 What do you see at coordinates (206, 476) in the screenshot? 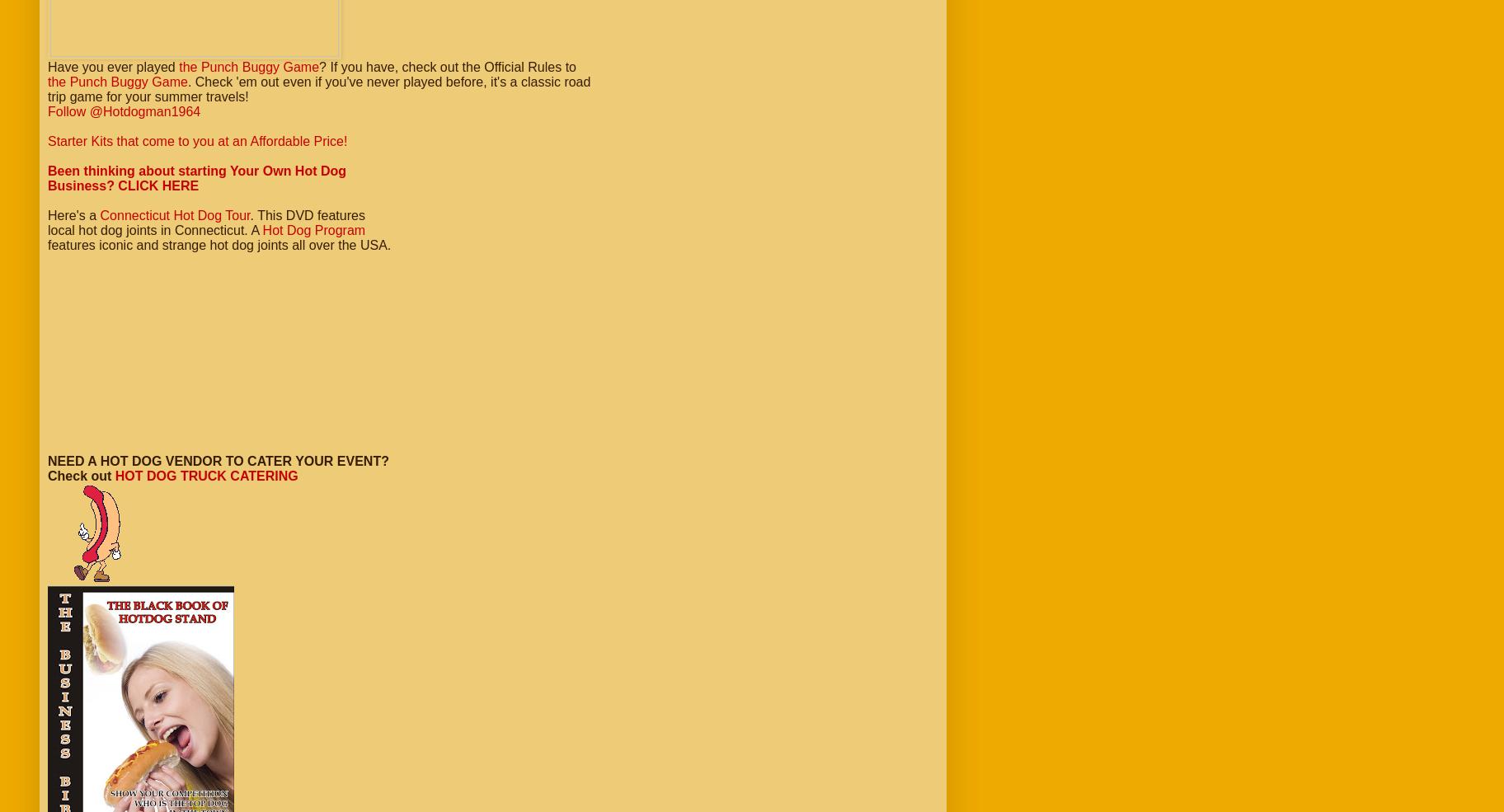
I see `'HOT DOG TRUCK CATERING'` at bounding box center [206, 476].